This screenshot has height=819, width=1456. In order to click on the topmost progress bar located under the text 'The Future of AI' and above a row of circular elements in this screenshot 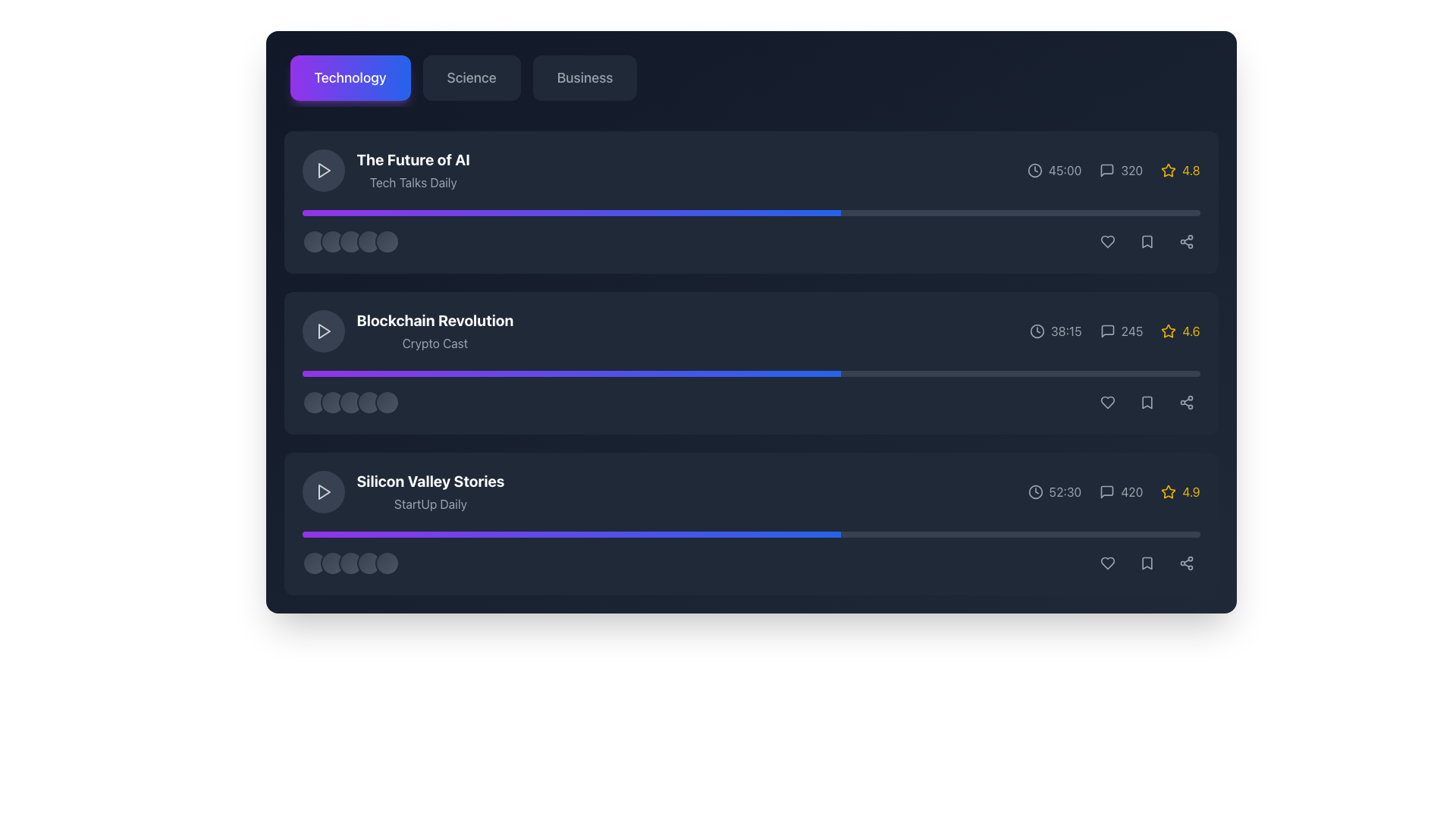, I will do `click(751, 213)`.